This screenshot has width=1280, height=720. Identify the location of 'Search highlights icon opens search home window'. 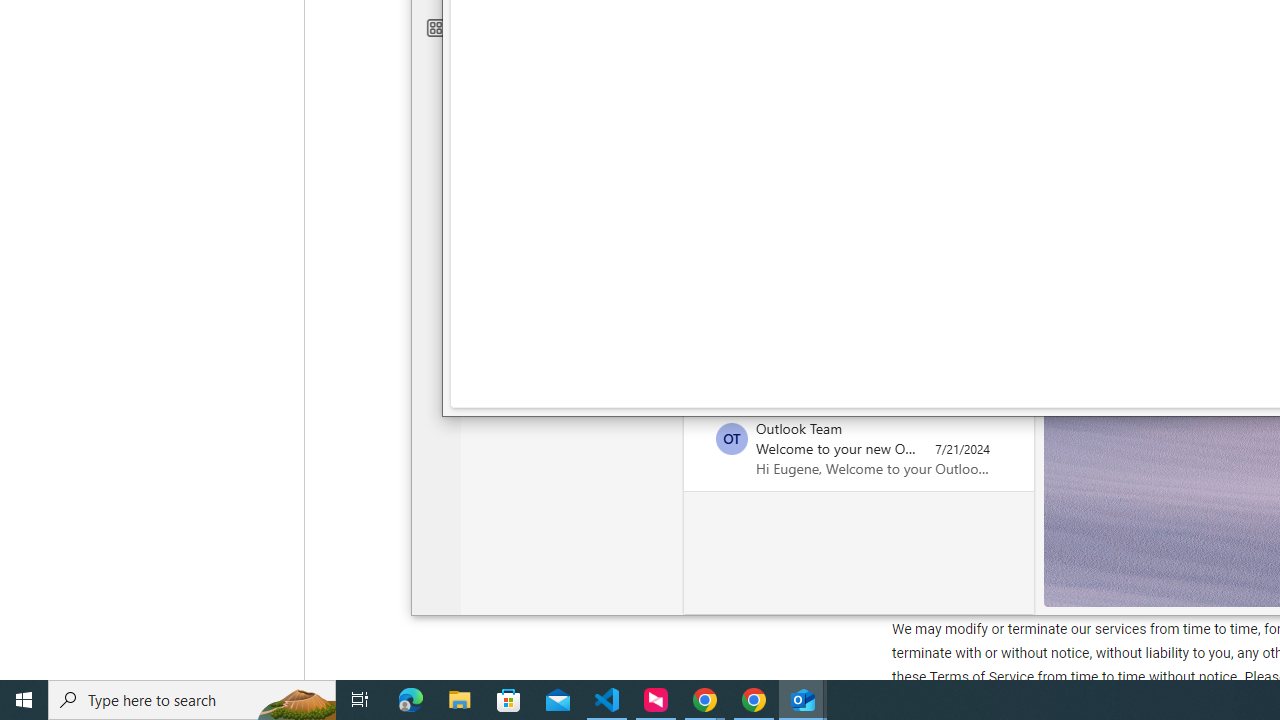
(294, 698).